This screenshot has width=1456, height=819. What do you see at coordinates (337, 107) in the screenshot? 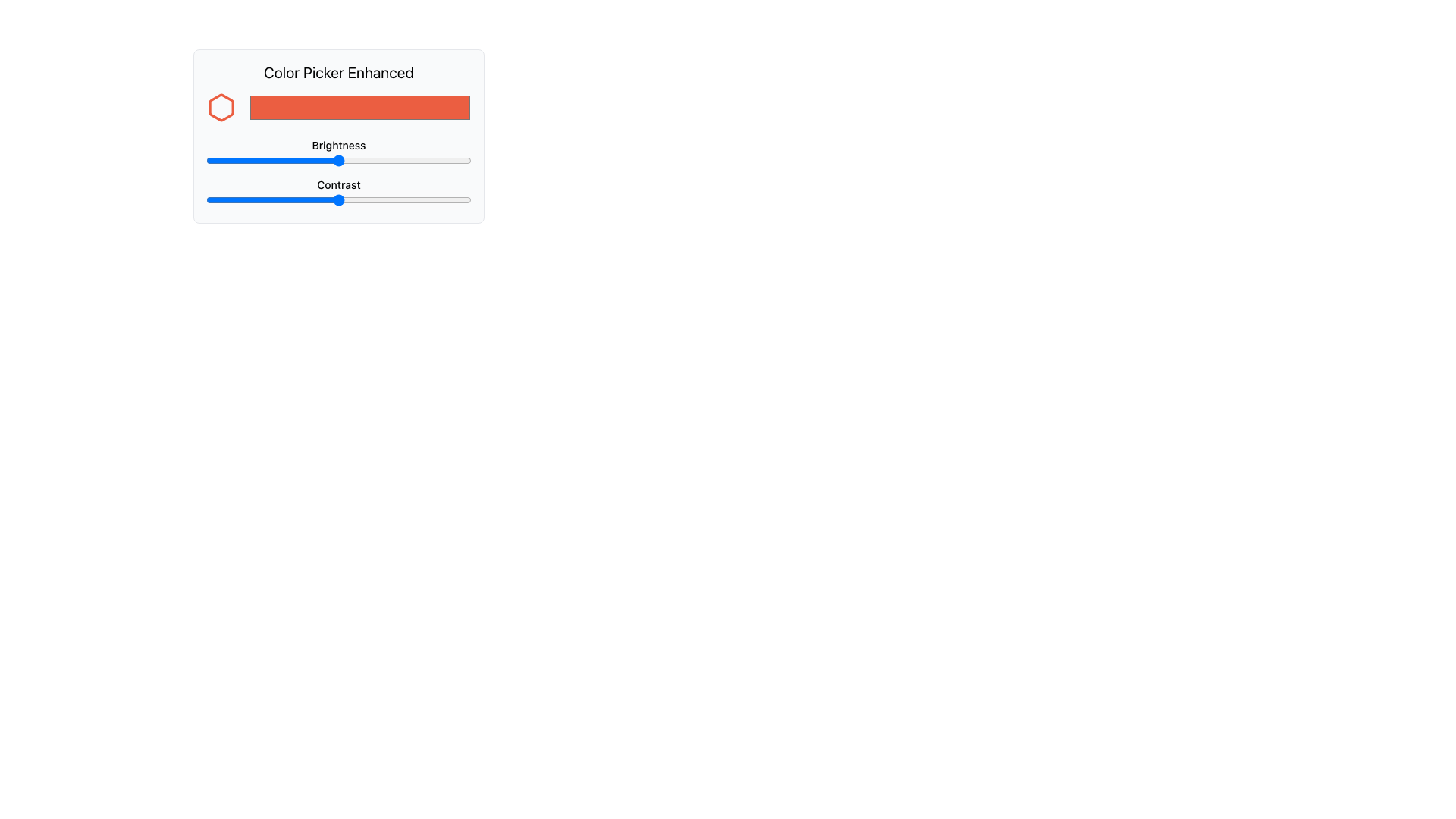
I see `across the Interactive color input field, which is a red rectangular area located in the 'Color Picker Enhanced' section` at bounding box center [337, 107].